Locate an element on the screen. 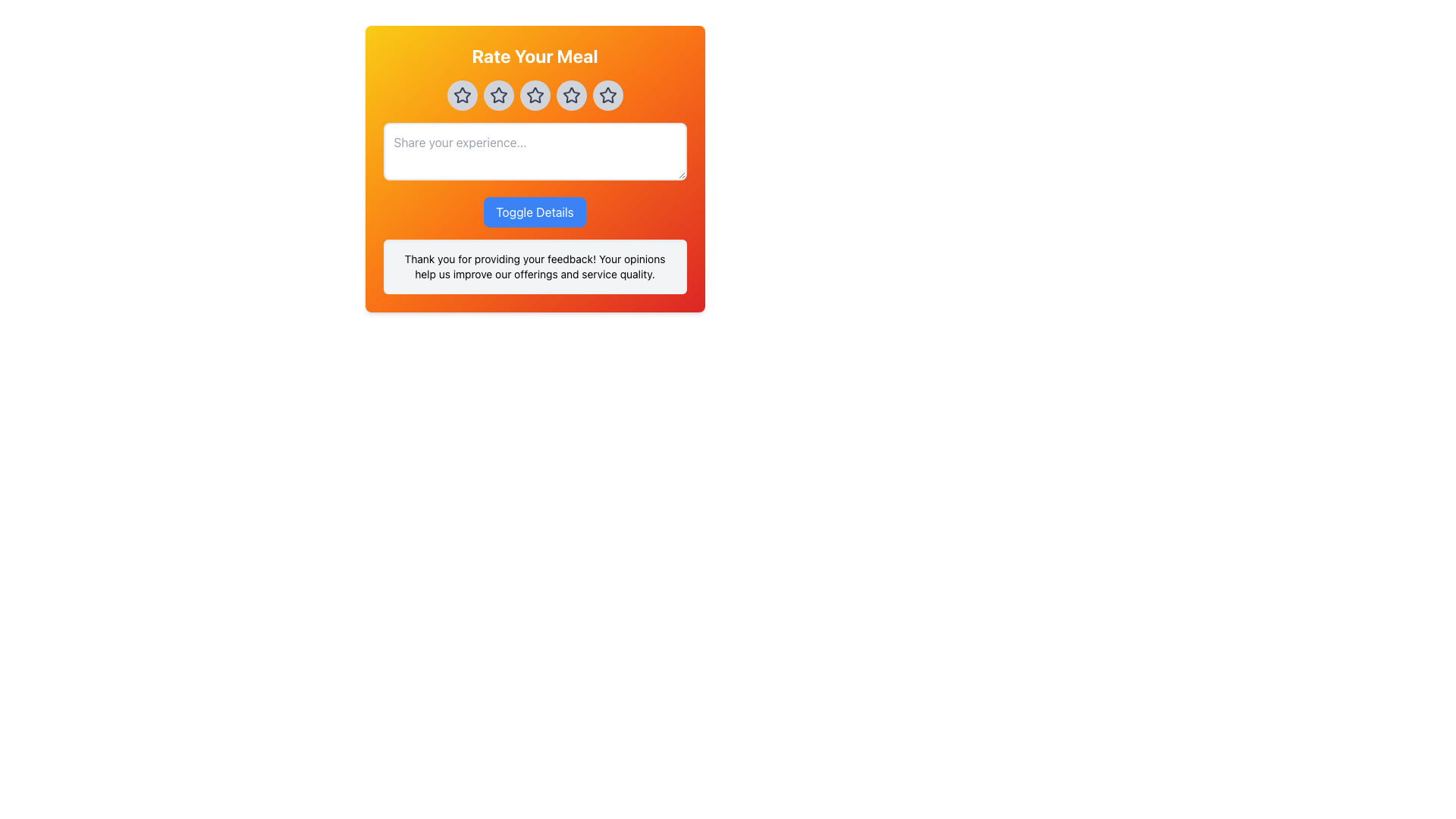 Image resolution: width=1456 pixels, height=819 pixels. the third star icon from the left in the rating stars row is located at coordinates (535, 95).